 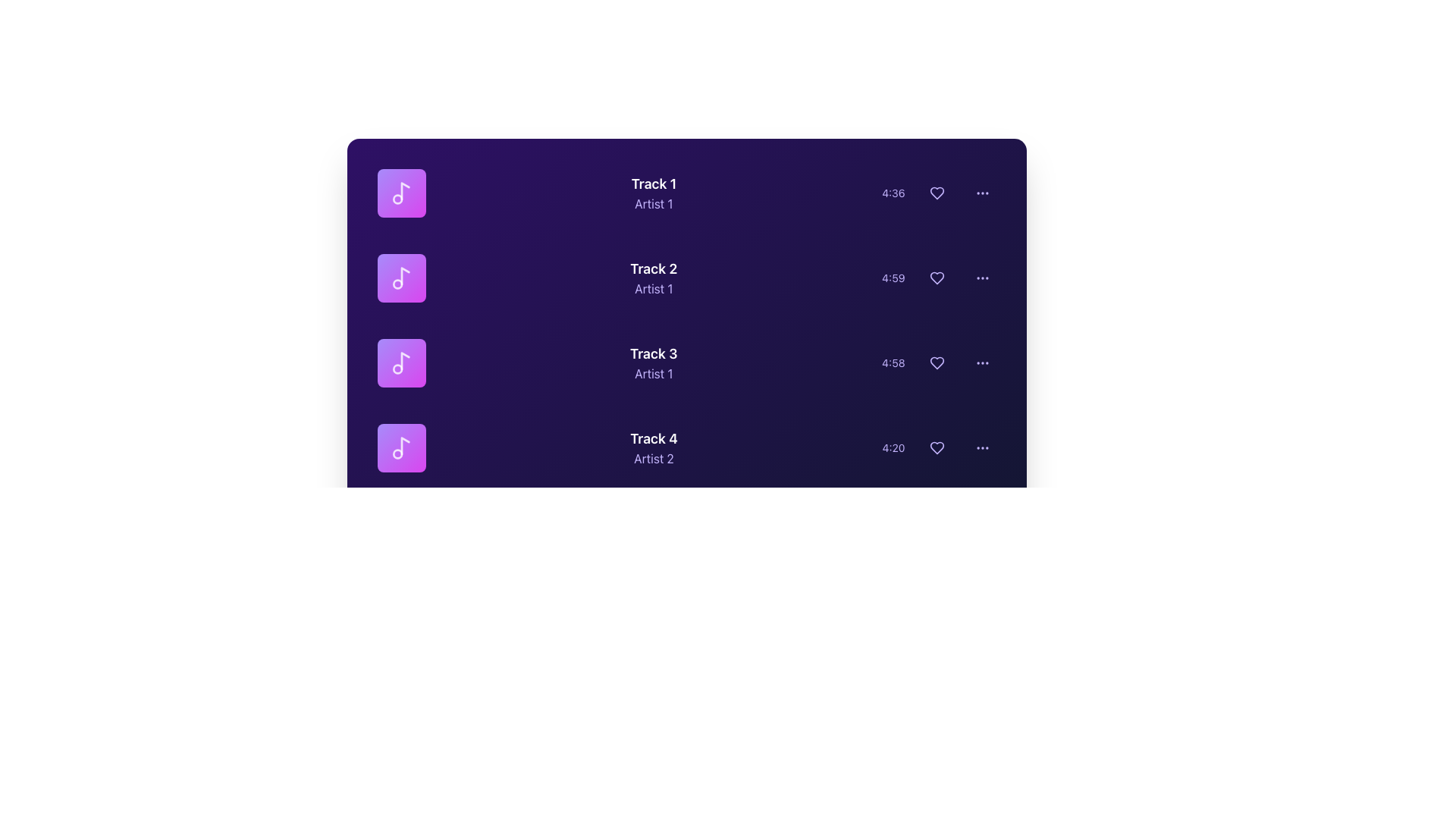 What do you see at coordinates (401, 362) in the screenshot?
I see `the third music note icon with a gradient purple background` at bounding box center [401, 362].